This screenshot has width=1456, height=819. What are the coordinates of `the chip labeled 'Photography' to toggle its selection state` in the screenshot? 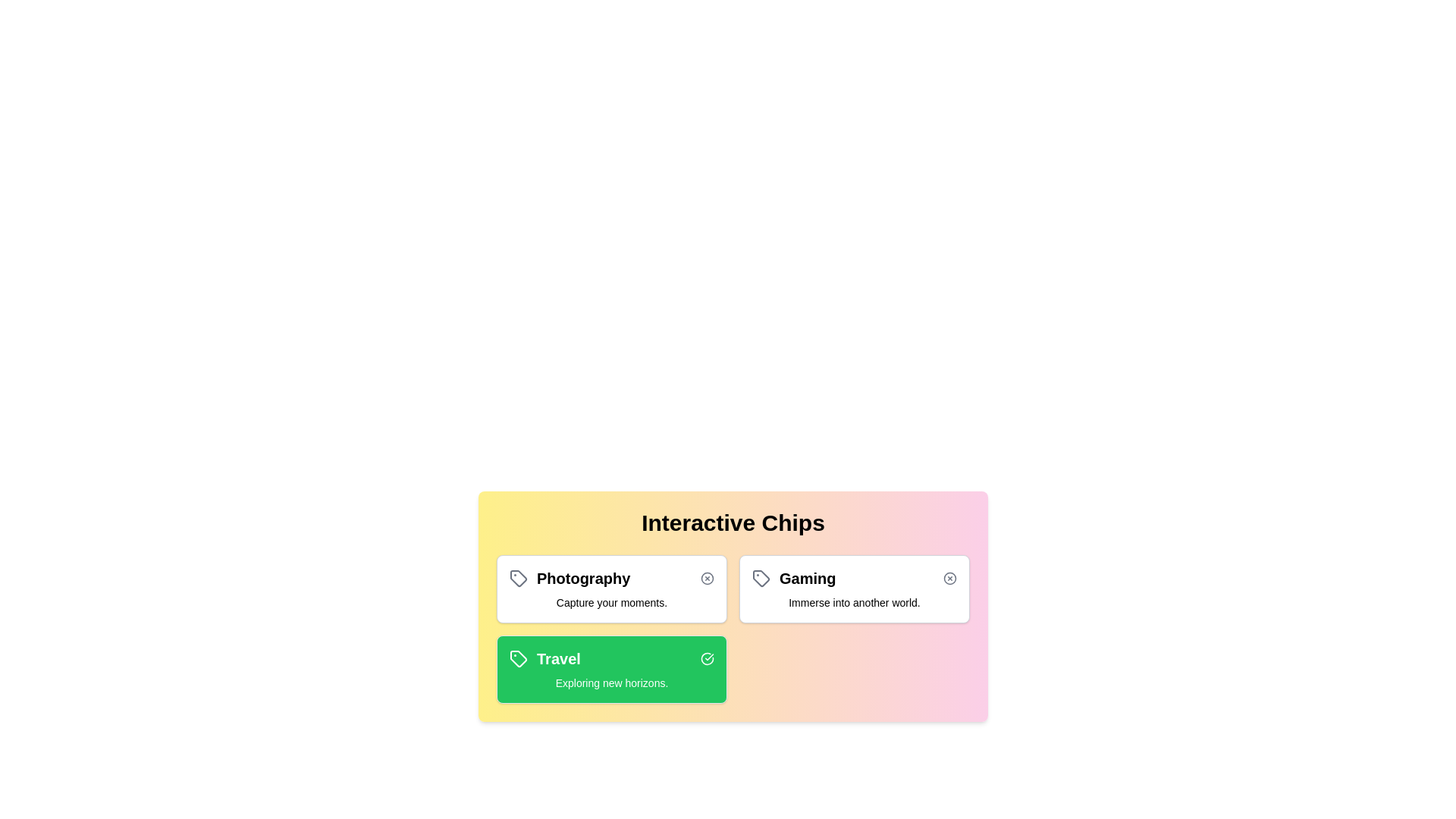 It's located at (611, 588).